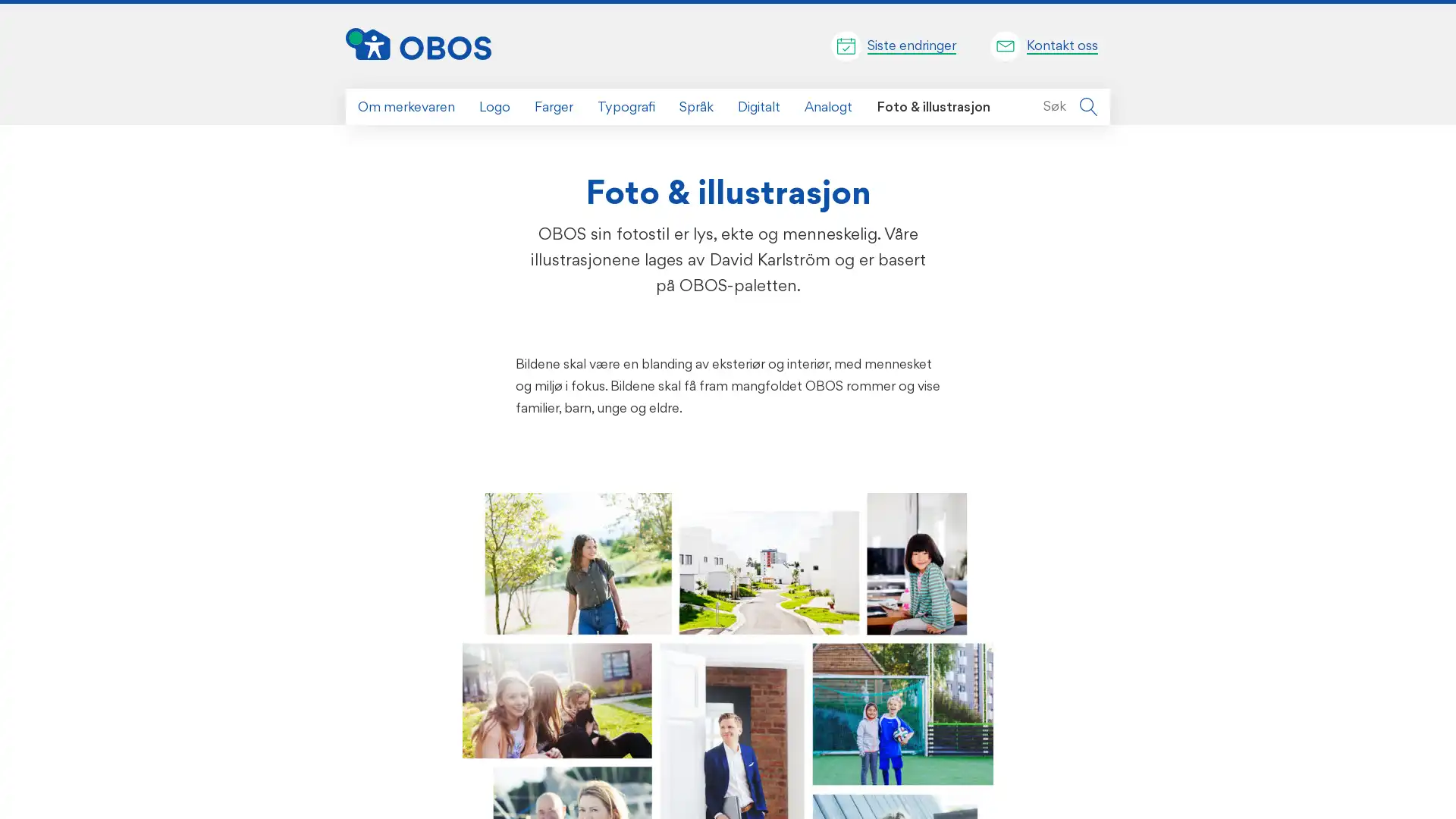  Describe the element at coordinates (1087, 106) in the screenshot. I see `Sk` at that location.